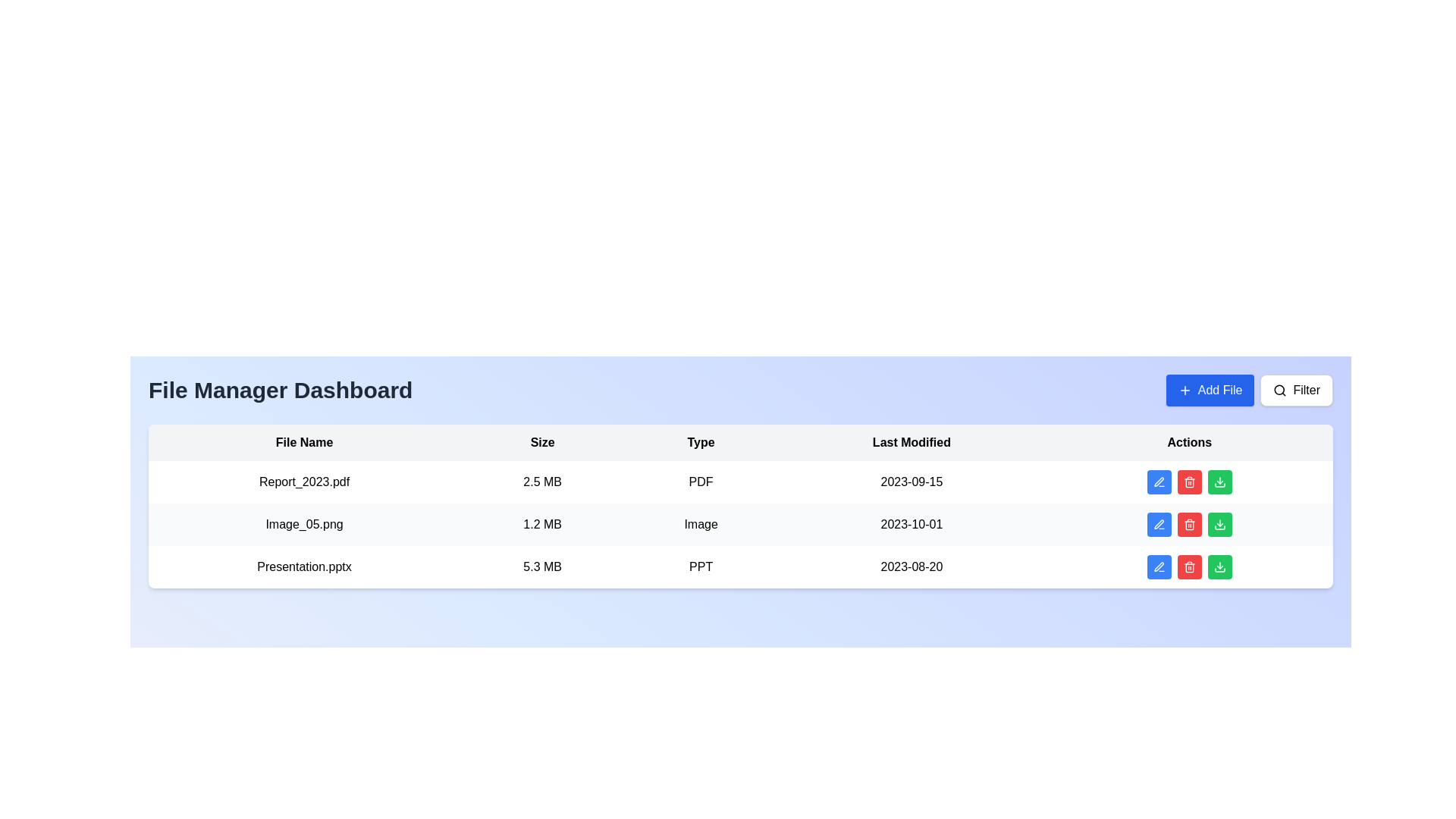  What do you see at coordinates (303, 523) in the screenshot?
I see `the text field displaying the file name 'Image_05.png', which is located in the second row of a table under the 'File Name' column` at bounding box center [303, 523].